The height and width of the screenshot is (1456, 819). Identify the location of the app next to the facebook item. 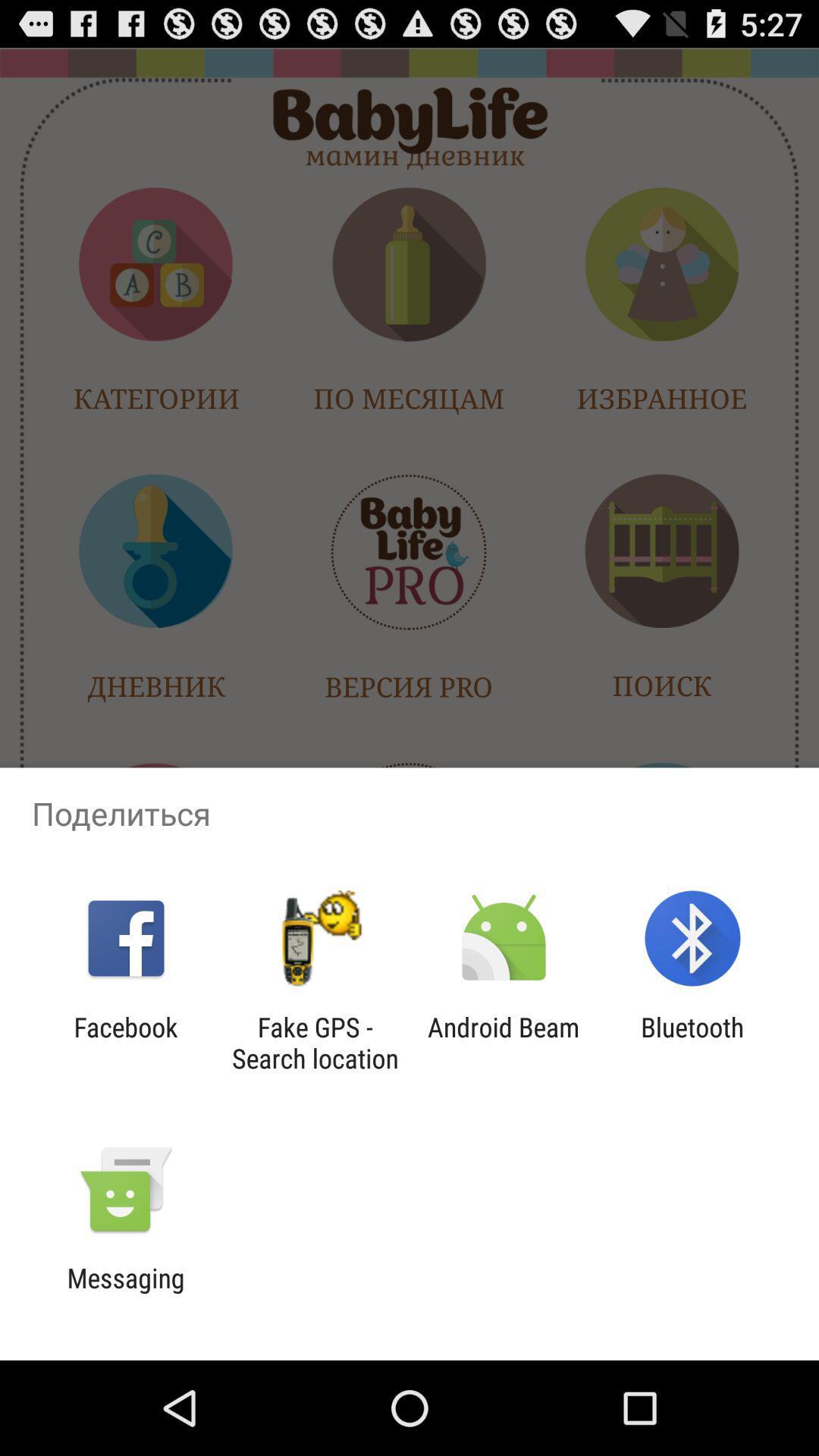
(314, 1042).